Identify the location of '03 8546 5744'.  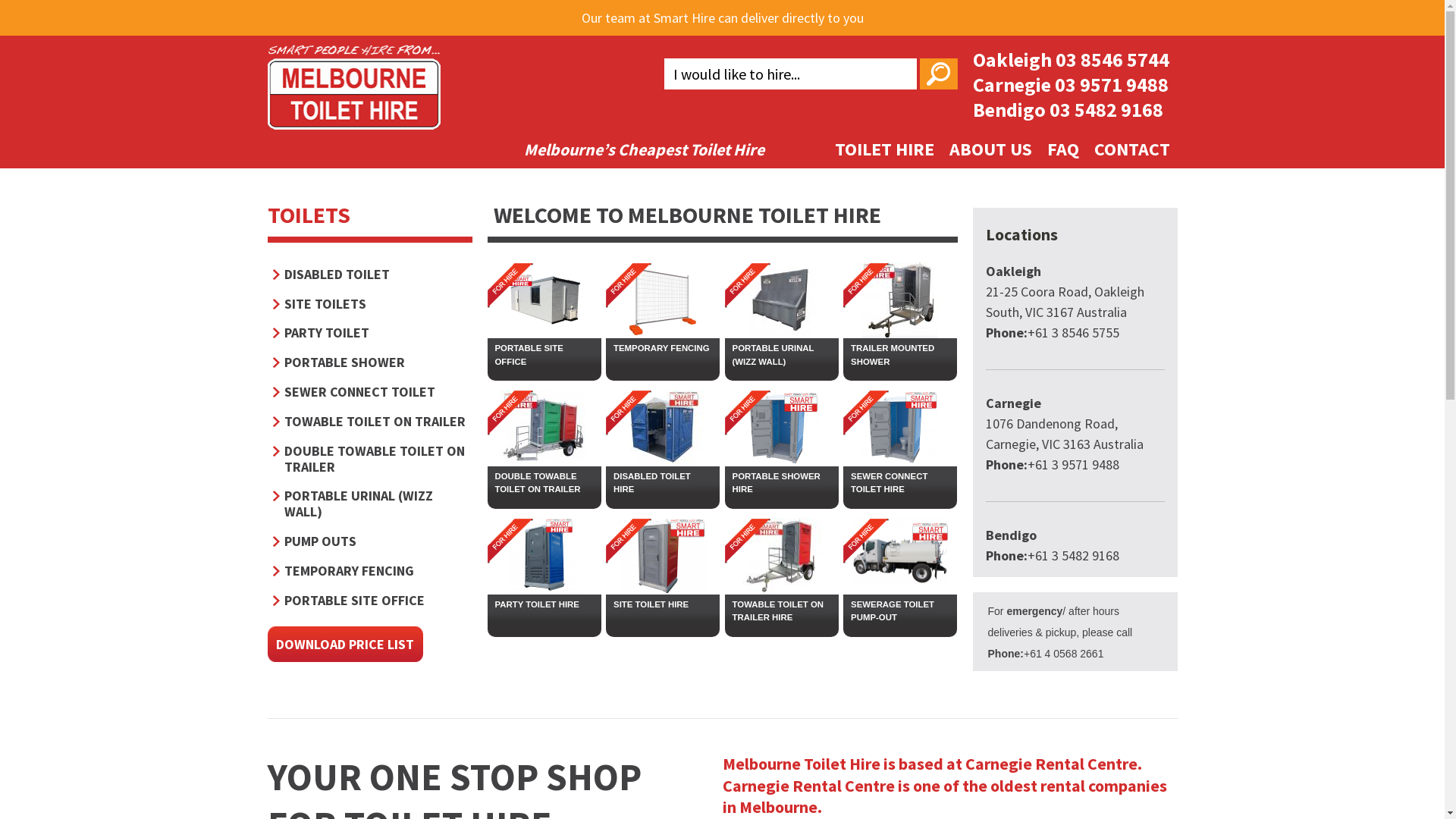
(1055, 58).